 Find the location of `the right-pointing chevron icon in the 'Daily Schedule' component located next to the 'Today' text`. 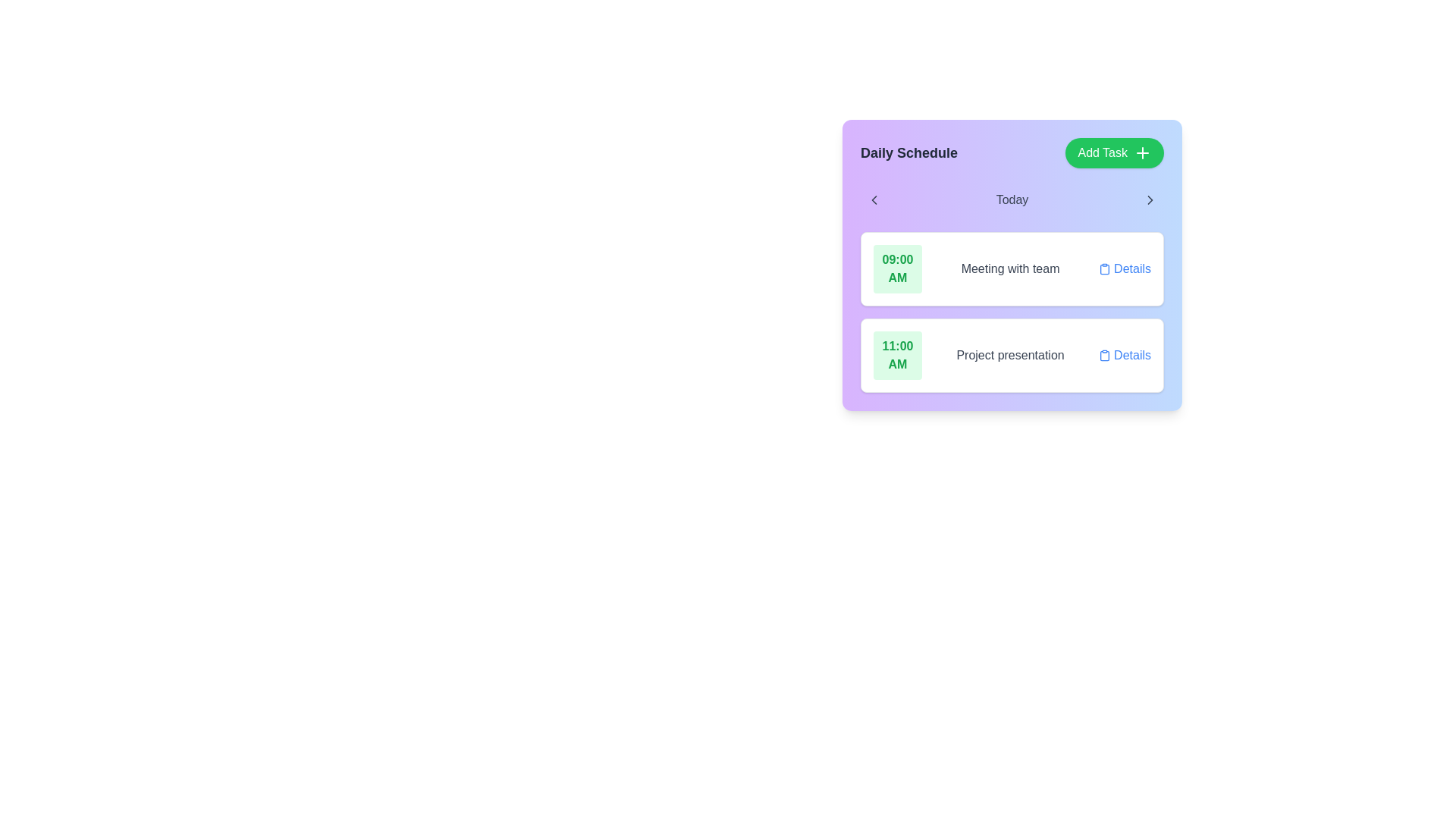

the right-pointing chevron icon in the 'Daily Schedule' component located next to the 'Today' text is located at coordinates (1150, 199).